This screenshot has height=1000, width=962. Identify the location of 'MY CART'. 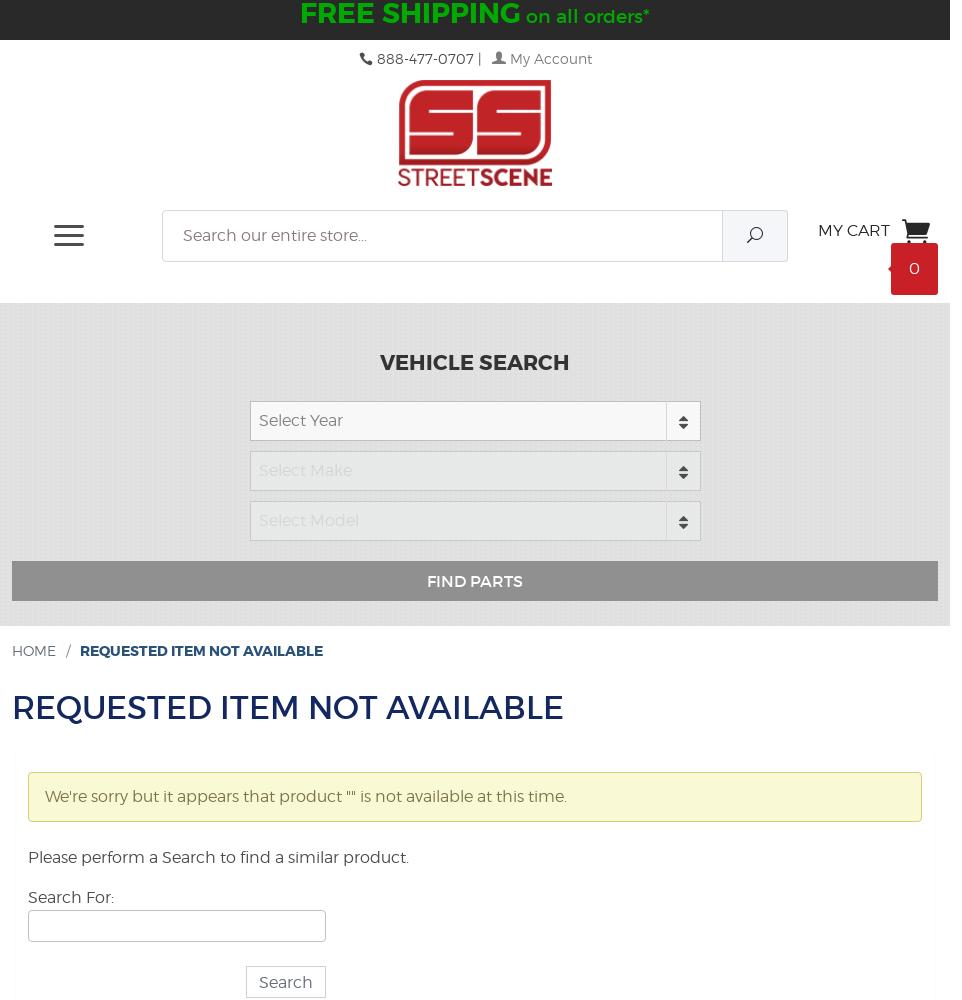
(853, 229).